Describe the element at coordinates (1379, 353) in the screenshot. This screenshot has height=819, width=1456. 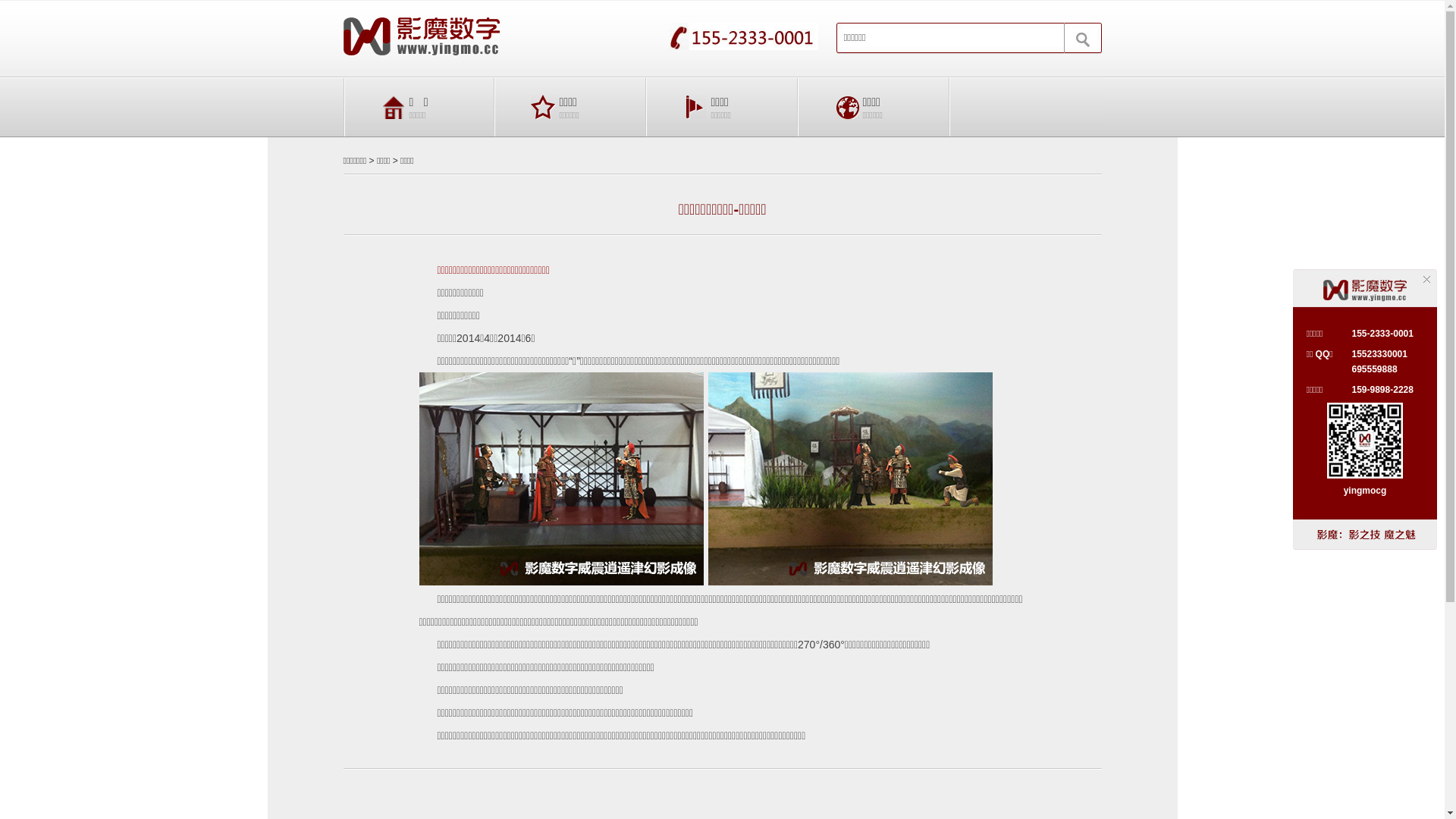
I see `'15523330001'` at that location.